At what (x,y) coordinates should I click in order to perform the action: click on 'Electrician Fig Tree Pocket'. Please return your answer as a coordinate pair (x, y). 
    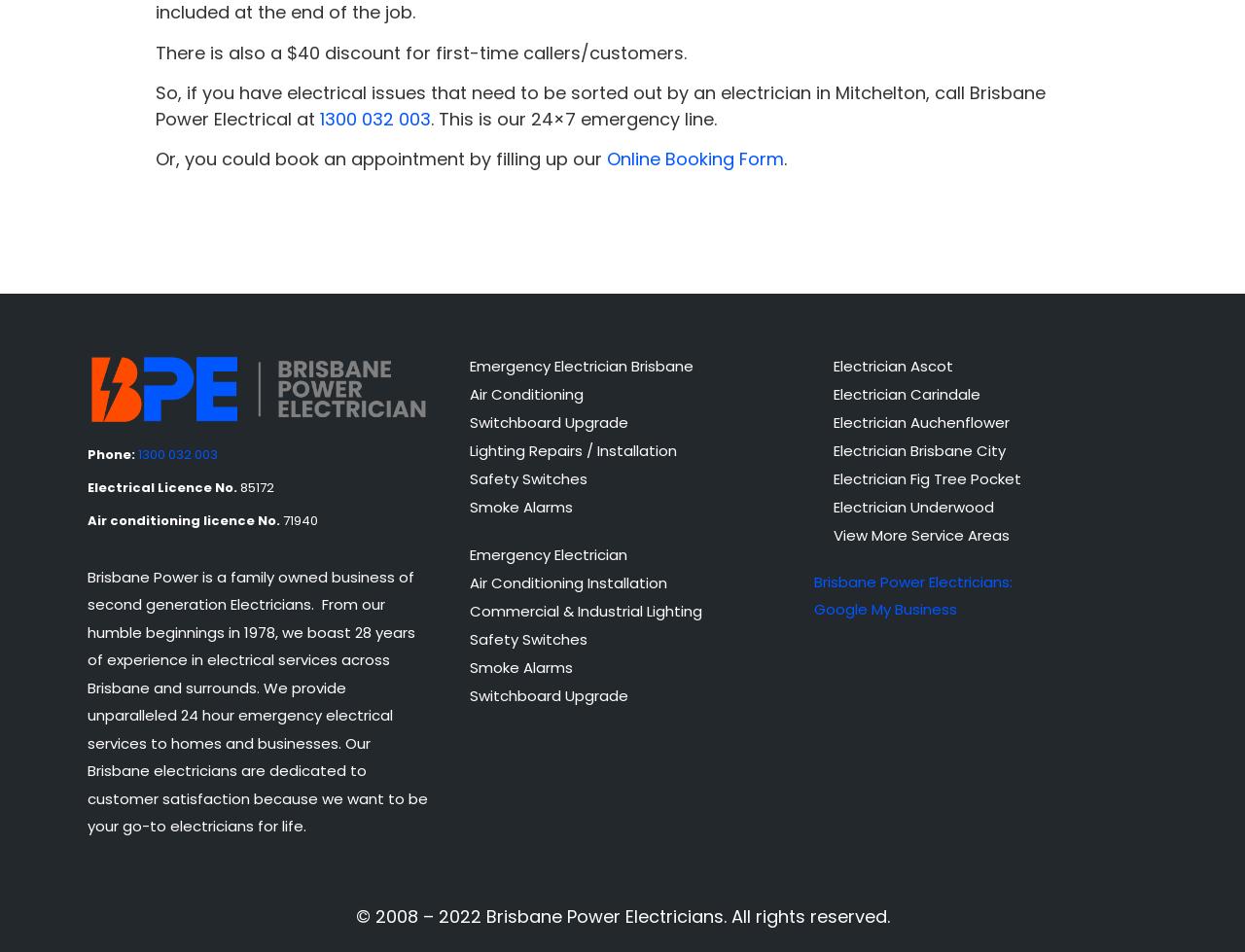
    Looking at the image, I should click on (925, 476).